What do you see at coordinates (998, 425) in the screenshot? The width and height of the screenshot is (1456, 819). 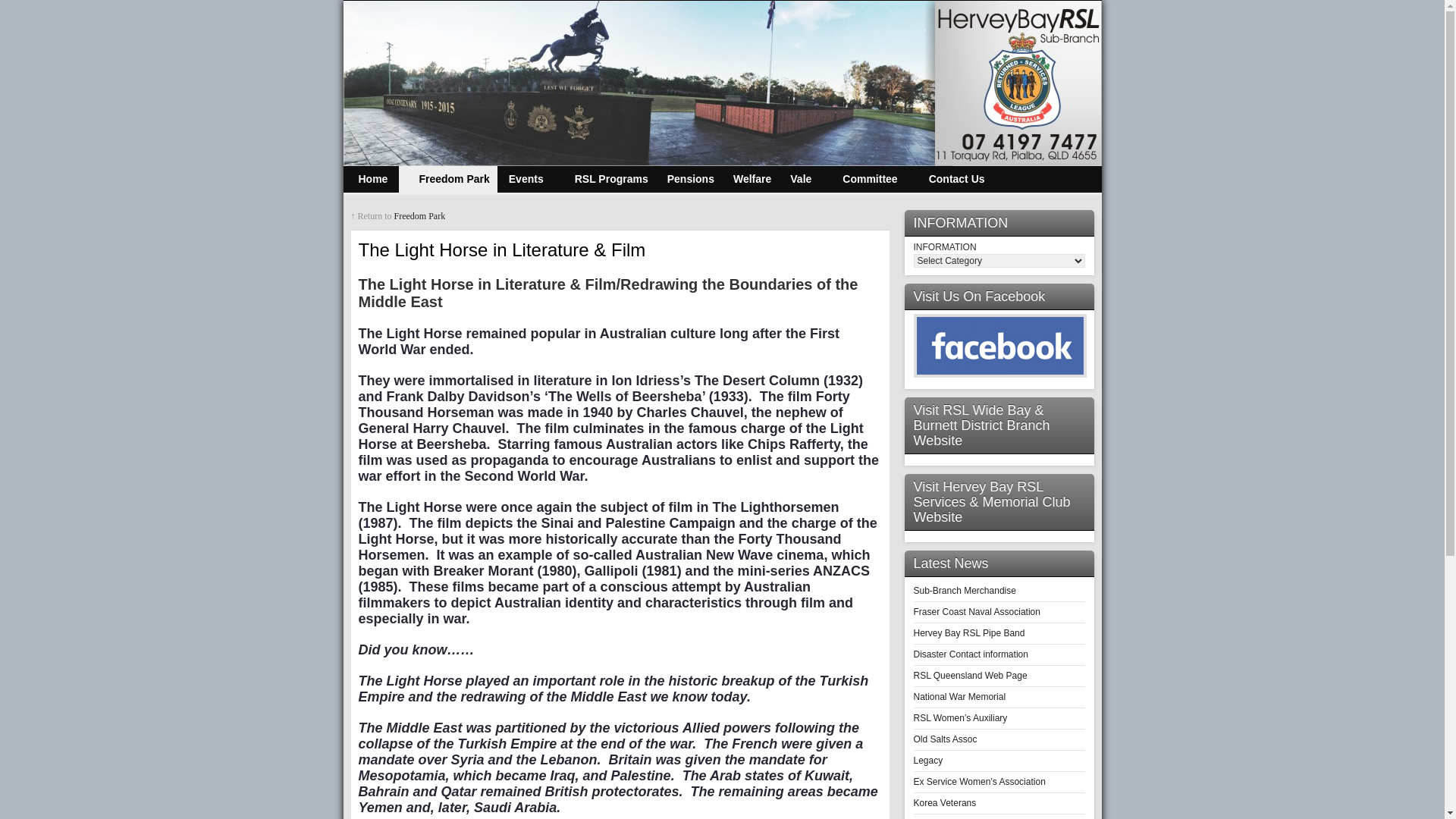 I see `'Visit RSL Wide Bay & Burnett District Branch Website'` at bounding box center [998, 425].